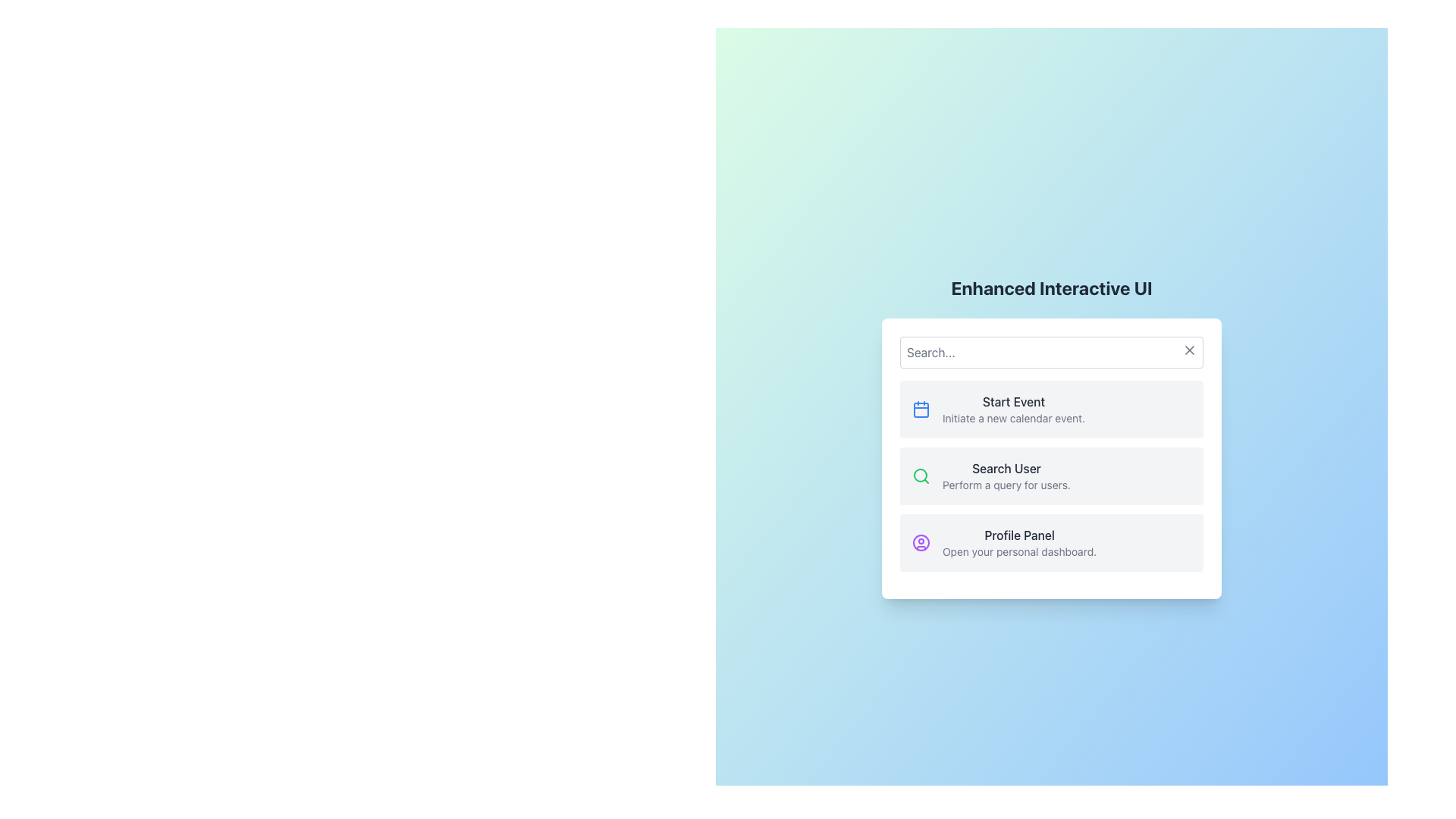 The height and width of the screenshot is (819, 1456). Describe the element at coordinates (1051, 288) in the screenshot. I see `text from the Header element located at the top center of the interface, above the options panel` at that location.